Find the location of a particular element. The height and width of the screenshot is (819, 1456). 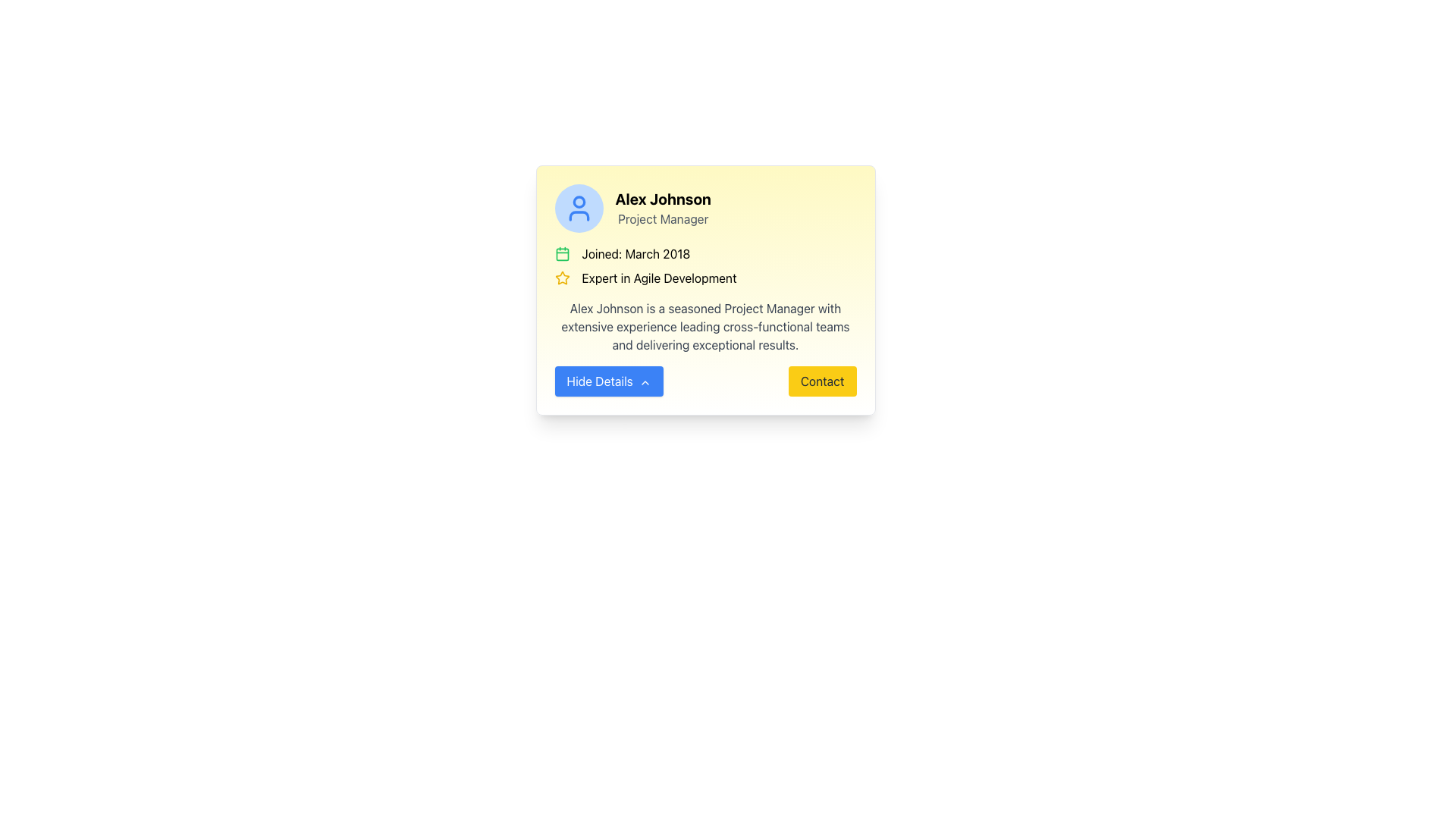

the decorative icon that signifies excellence, located to the left of the text 'Expert in Agile Development' is located at coordinates (561, 278).